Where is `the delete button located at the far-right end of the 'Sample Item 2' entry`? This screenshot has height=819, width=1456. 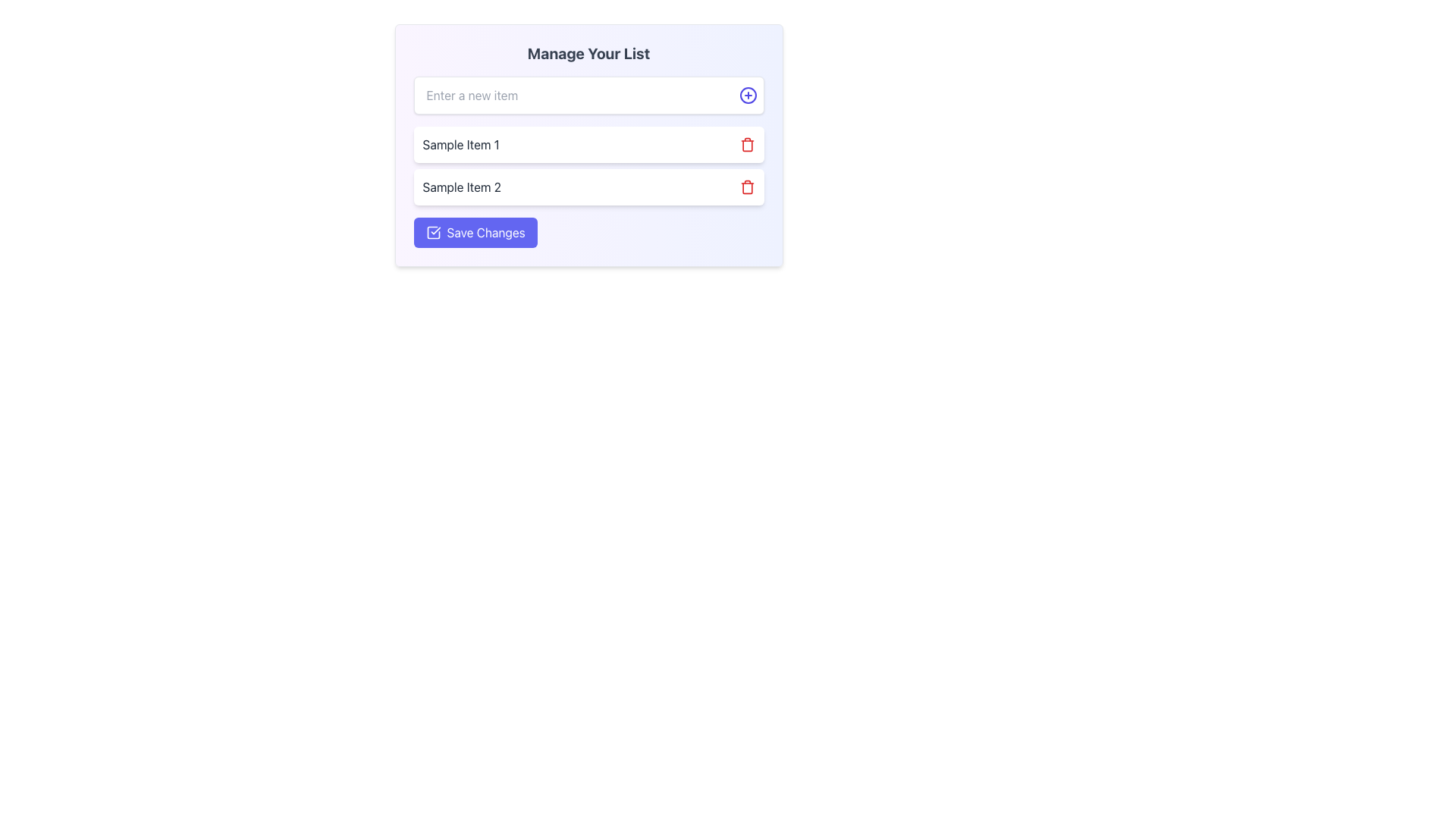 the delete button located at the far-right end of the 'Sample Item 2' entry is located at coordinates (747, 186).